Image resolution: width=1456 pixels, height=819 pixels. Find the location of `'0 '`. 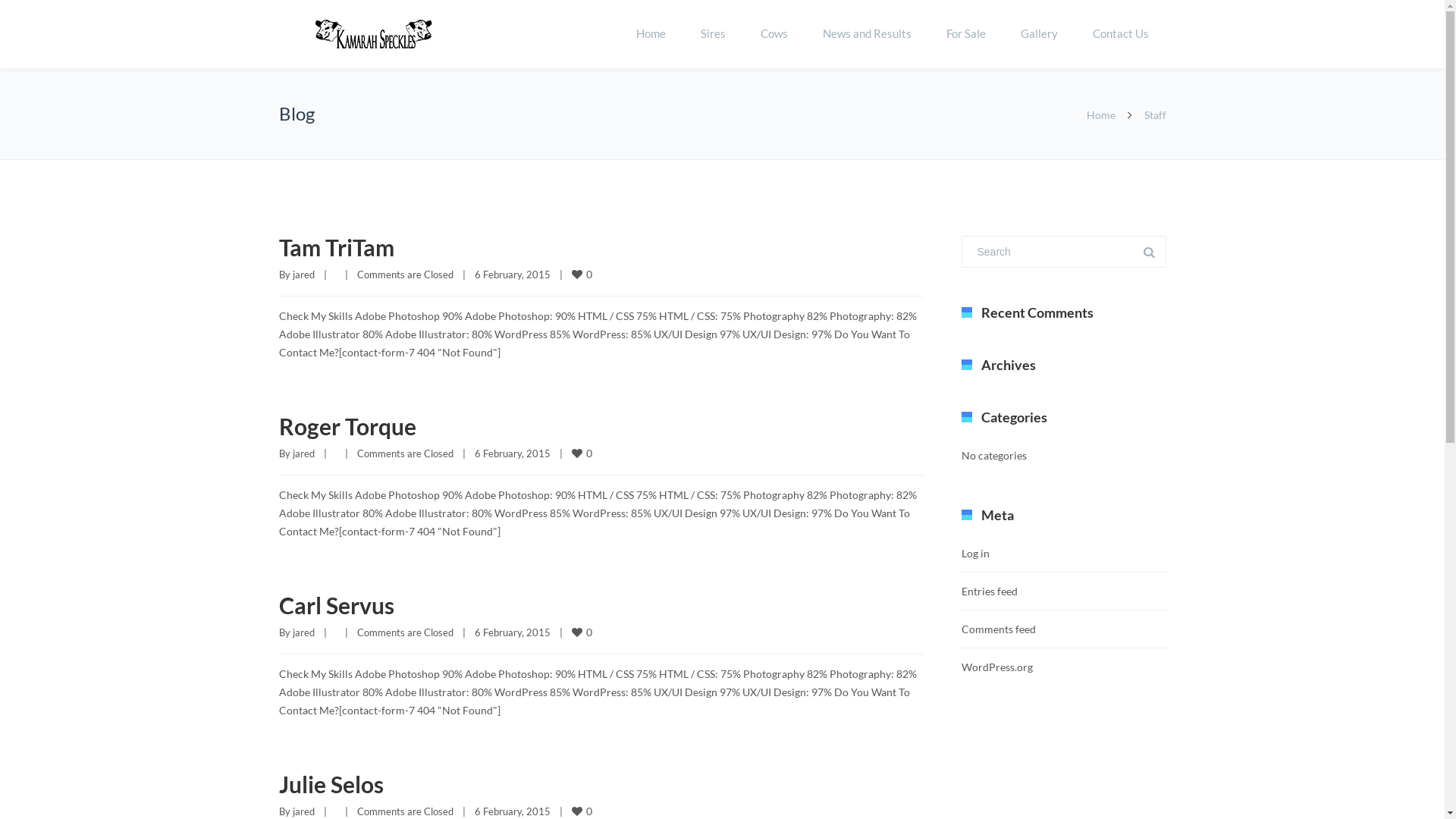

'0 ' is located at coordinates (570, 274).